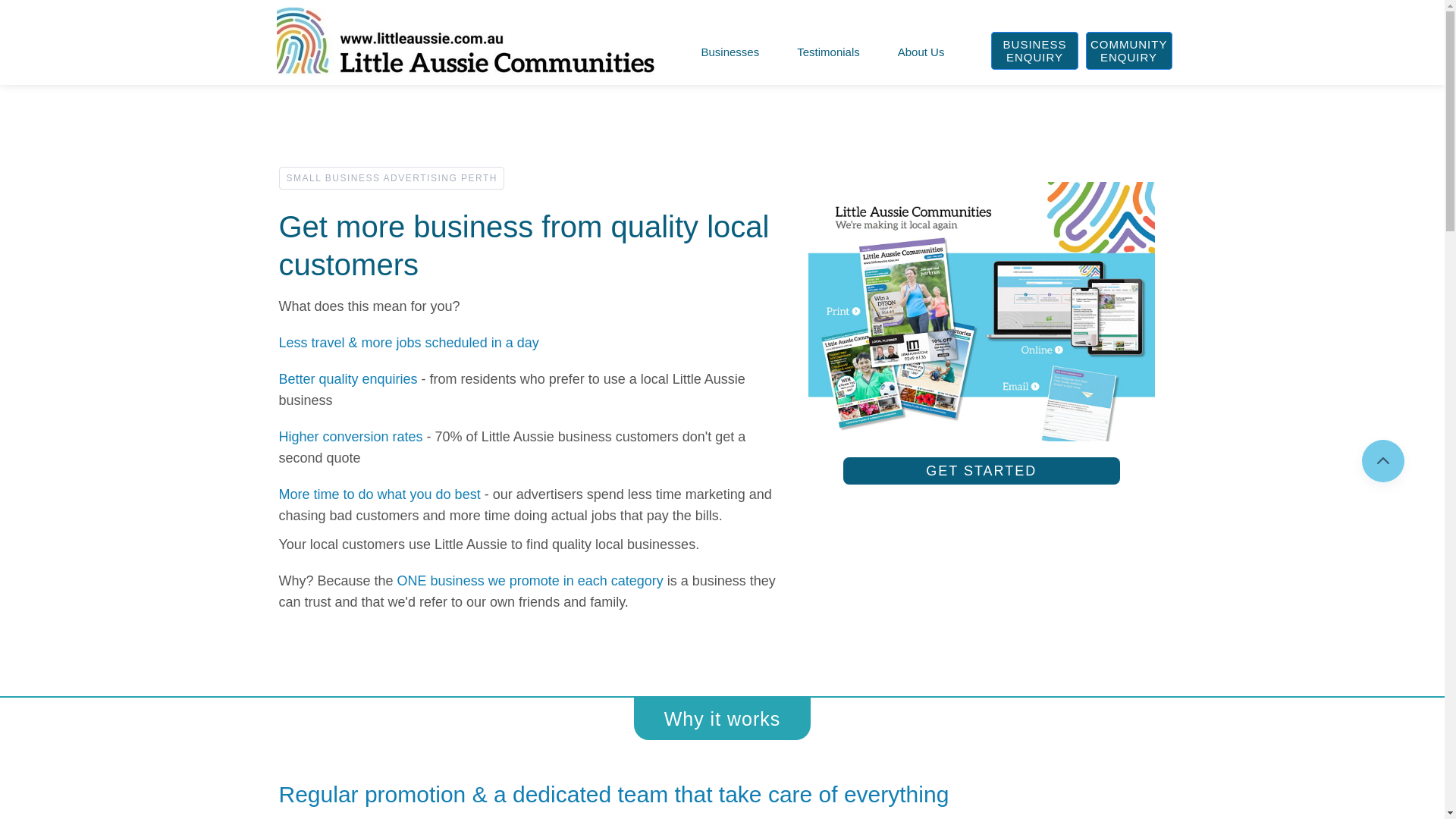 The height and width of the screenshot is (819, 1456). Describe the element at coordinates (1128, 49) in the screenshot. I see `'COMMUNITY ENQUIRY'` at that location.